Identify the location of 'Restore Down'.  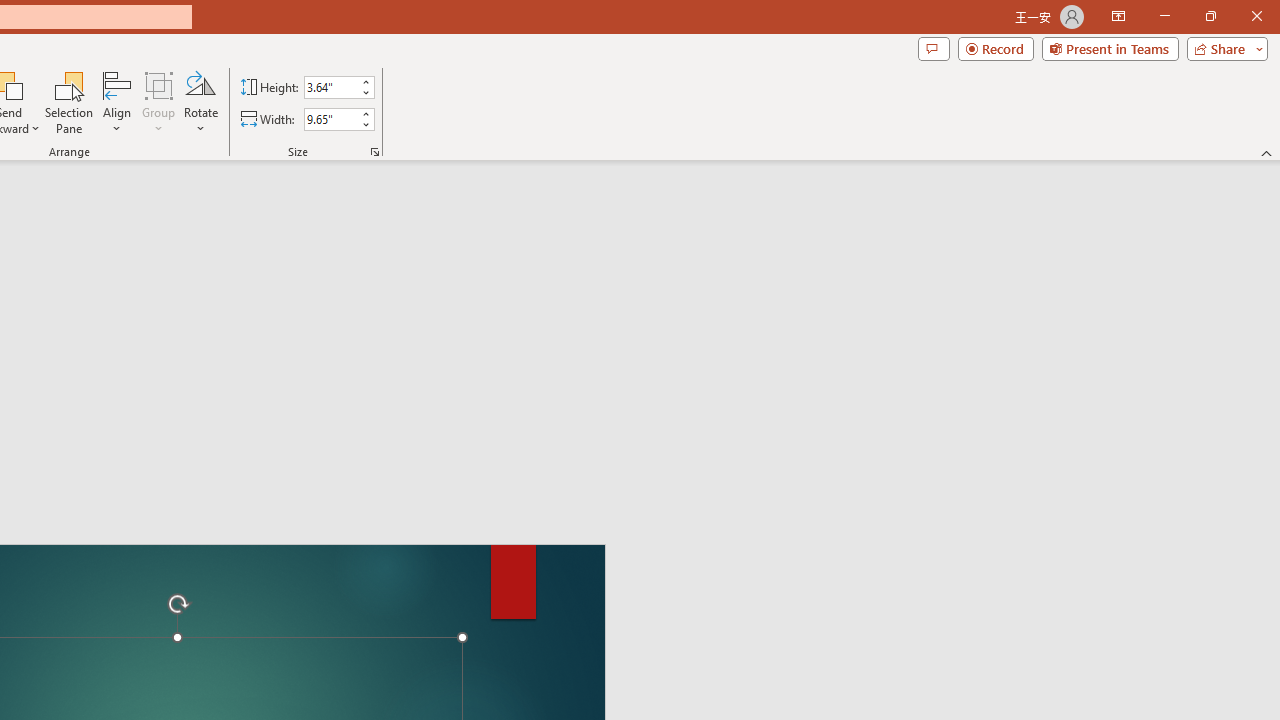
(1209, 16).